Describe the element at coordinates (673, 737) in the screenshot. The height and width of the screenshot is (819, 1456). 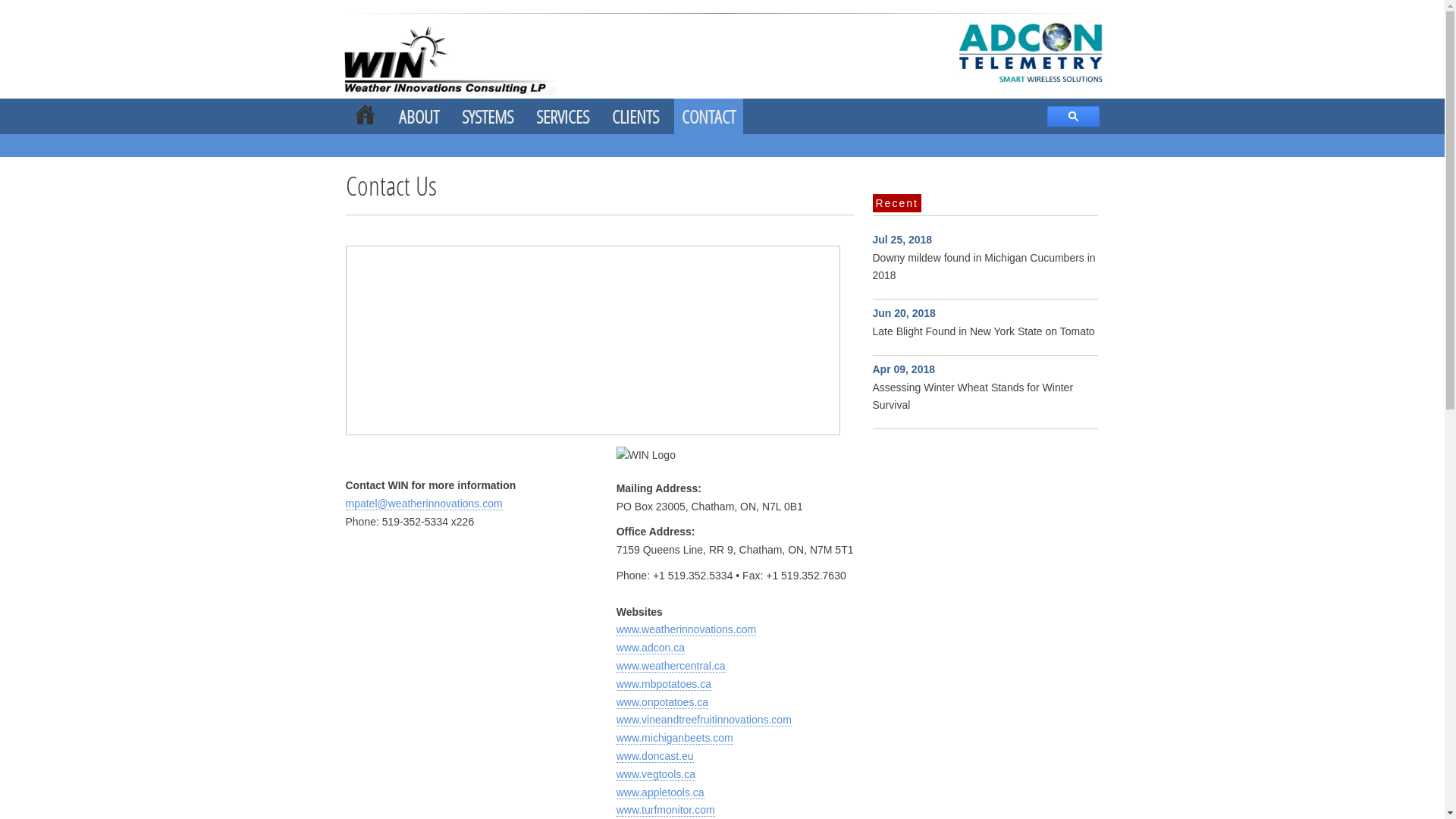
I see `'www.michiganbeets.com'` at that location.